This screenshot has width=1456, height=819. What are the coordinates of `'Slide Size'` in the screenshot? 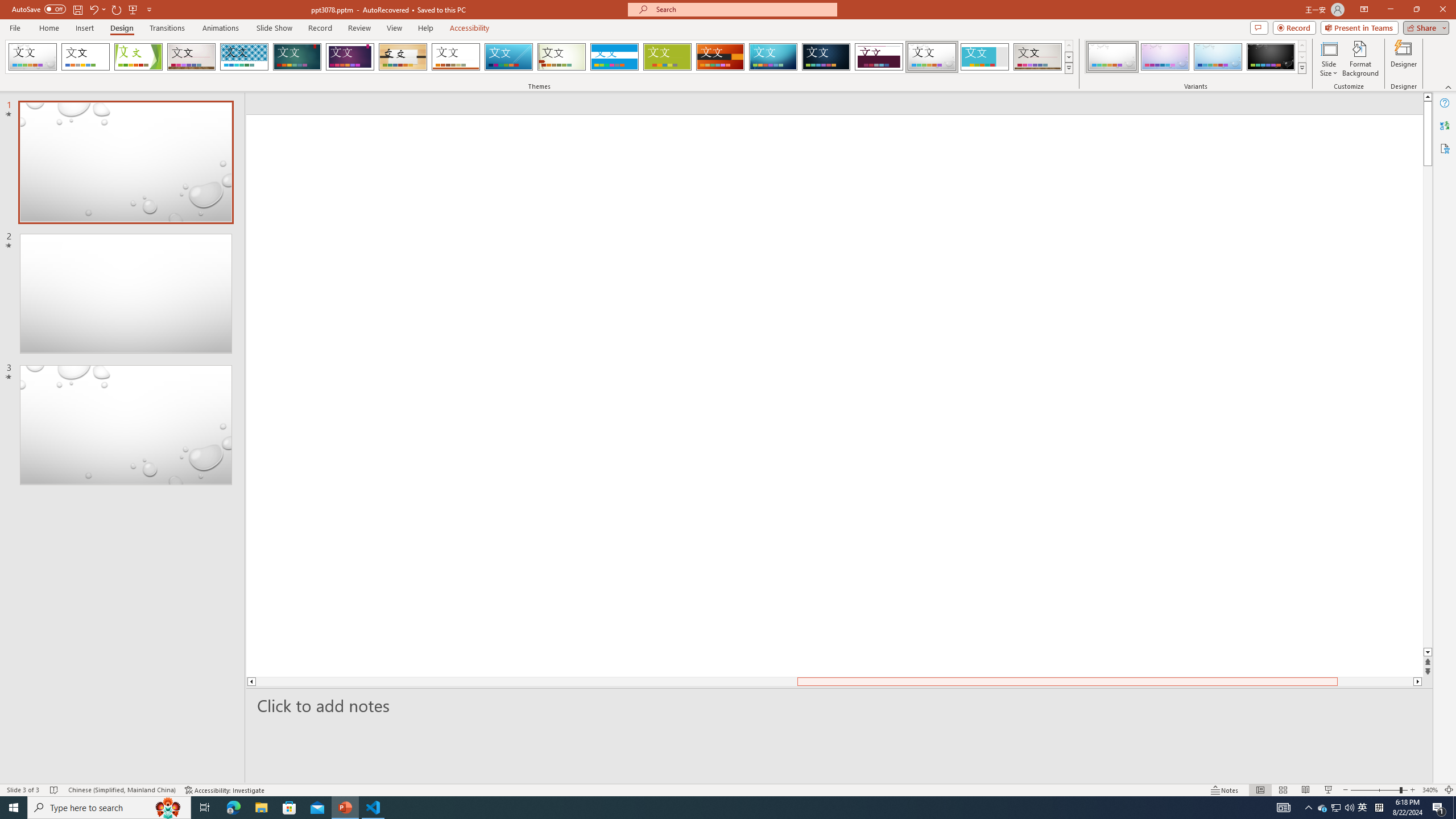 It's located at (1329, 59).